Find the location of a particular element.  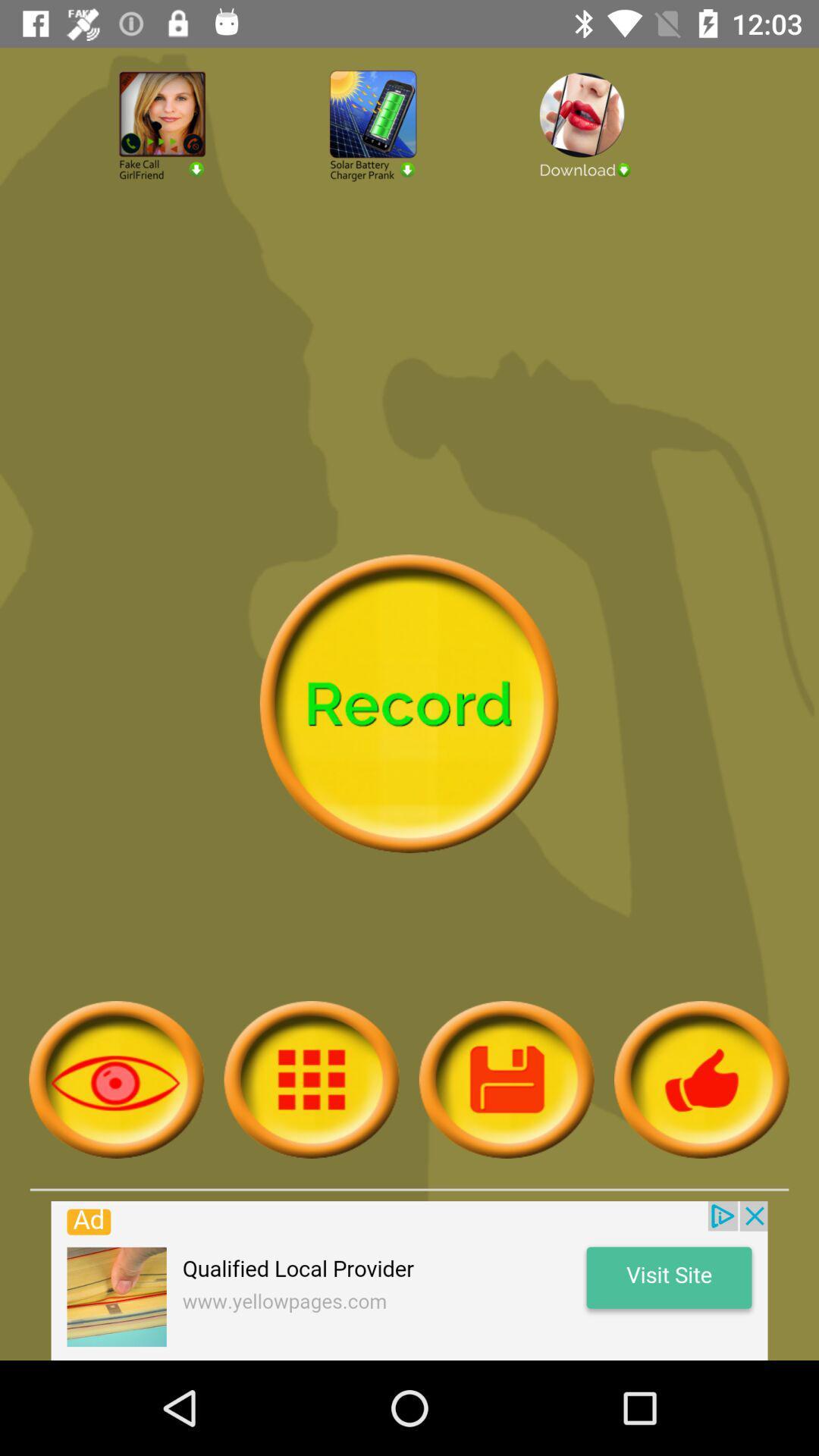

icon page is located at coordinates (115, 1078).